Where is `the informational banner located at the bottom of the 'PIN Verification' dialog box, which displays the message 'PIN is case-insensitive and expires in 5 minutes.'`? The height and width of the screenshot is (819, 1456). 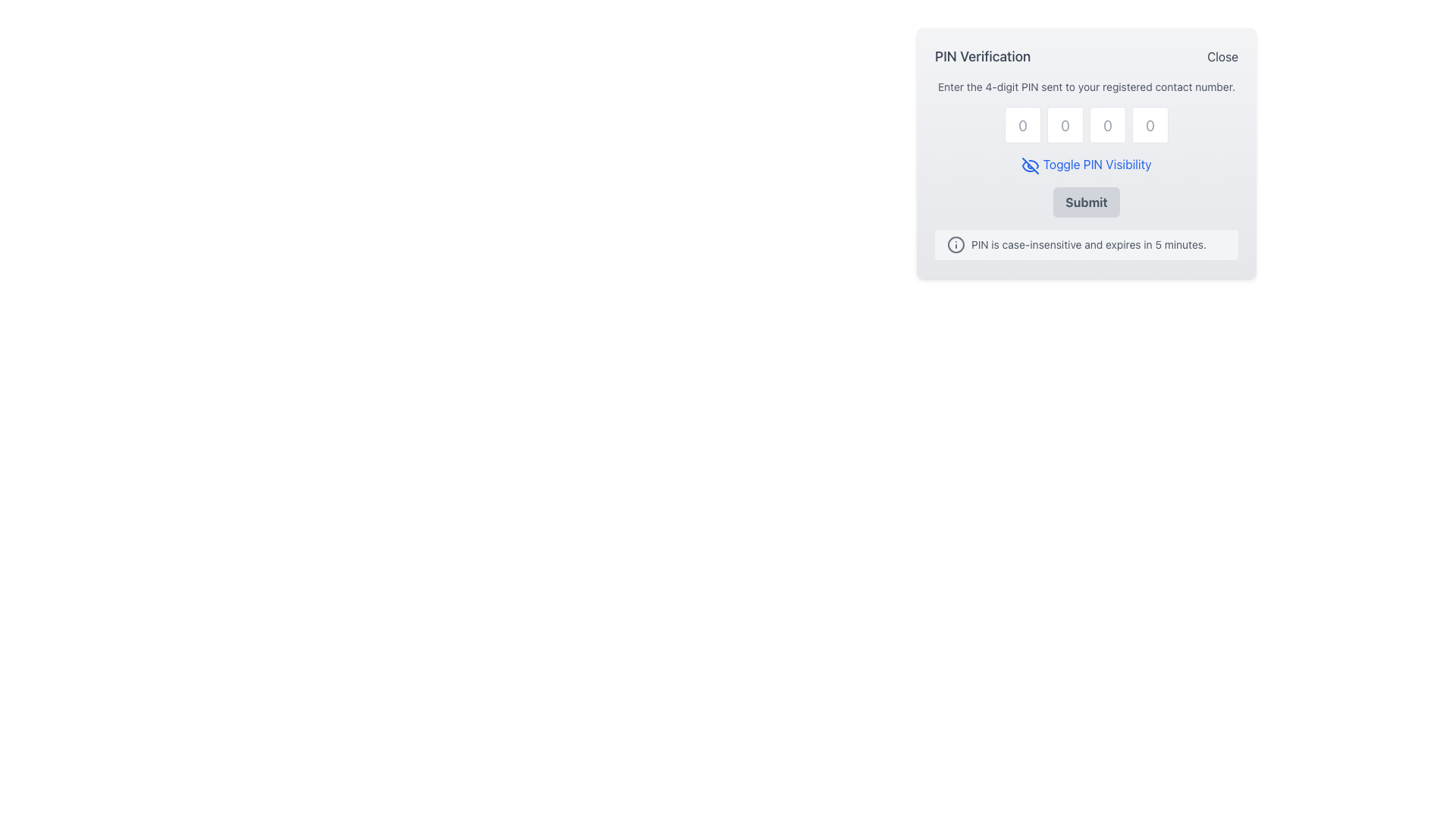 the informational banner located at the bottom of the 'PIN Verification' dialog box, which displays the message 'PIN is case-insensitive and expires in 5 minutes.' is located at coordinates (1086, 243).